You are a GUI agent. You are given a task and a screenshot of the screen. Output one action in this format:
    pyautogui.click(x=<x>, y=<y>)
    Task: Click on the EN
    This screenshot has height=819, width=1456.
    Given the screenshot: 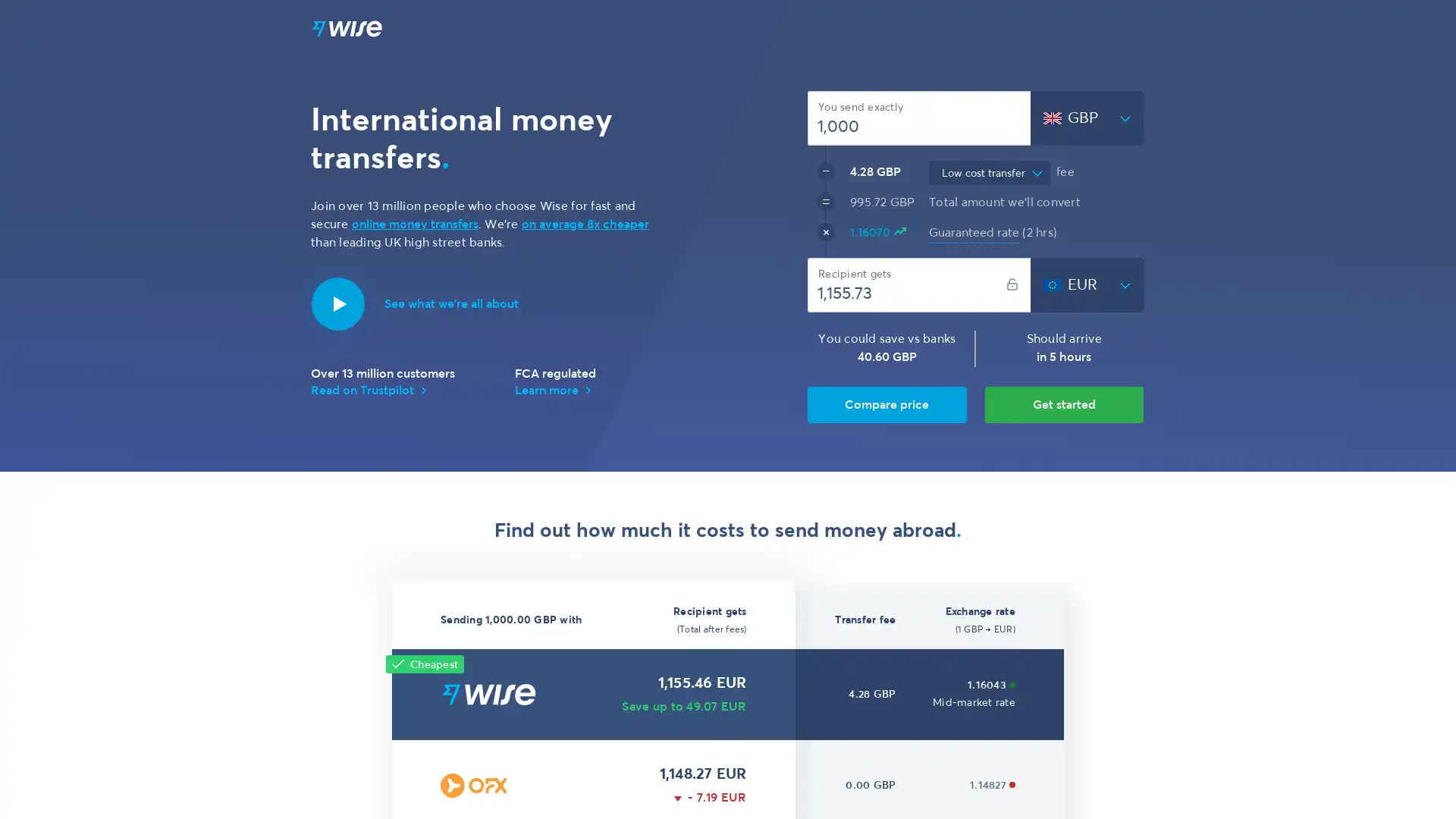 What is the action you would take?
    pyautogui.click(x=993, y=30)
    